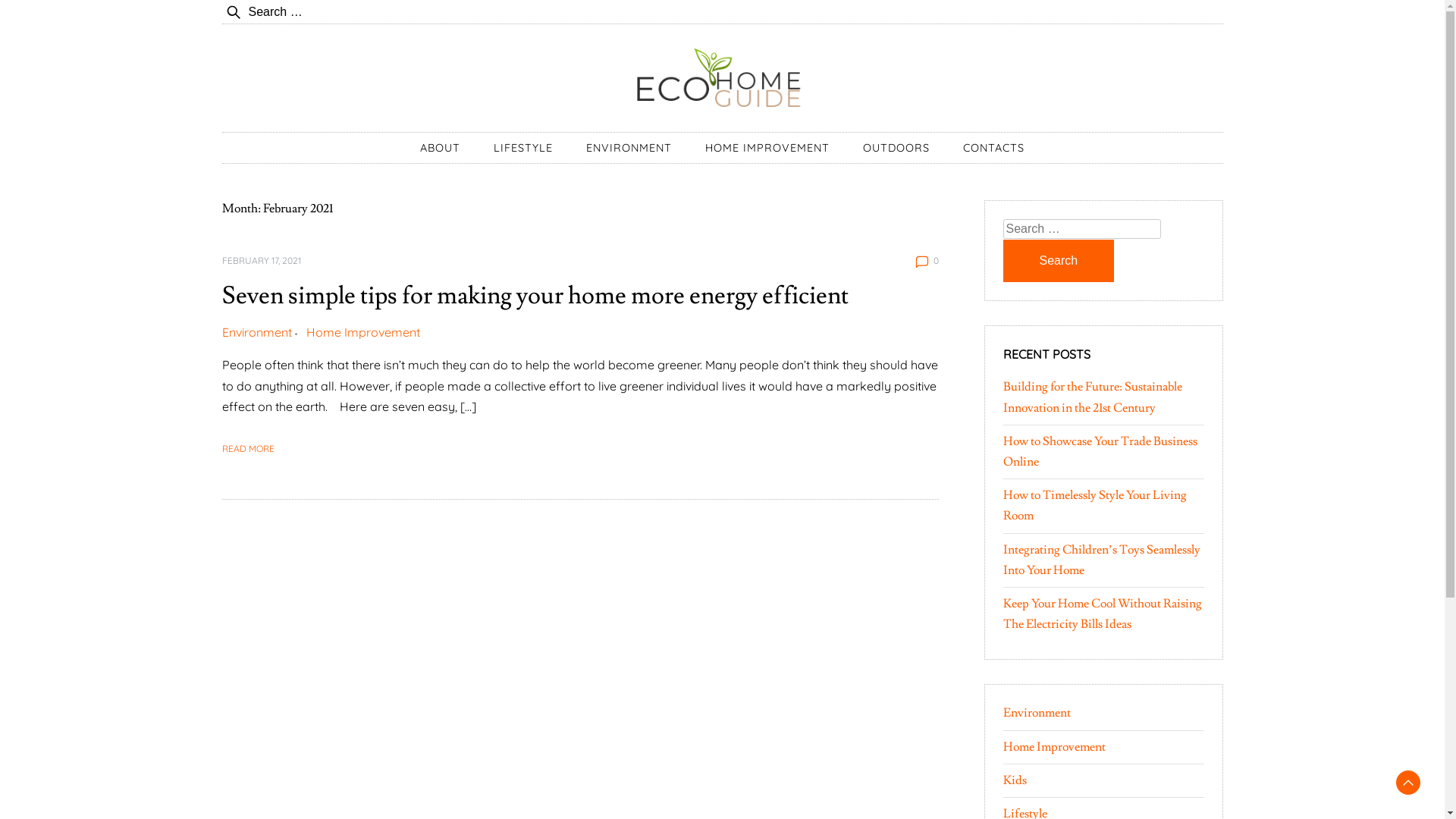 Image resolution: width=1456 pixels, height=819 pixels. What do you see at coordinates (261, 259) in the screenshot?
I see `'FEBRUARY 17, 2021'` at bounding box center [261, 259].